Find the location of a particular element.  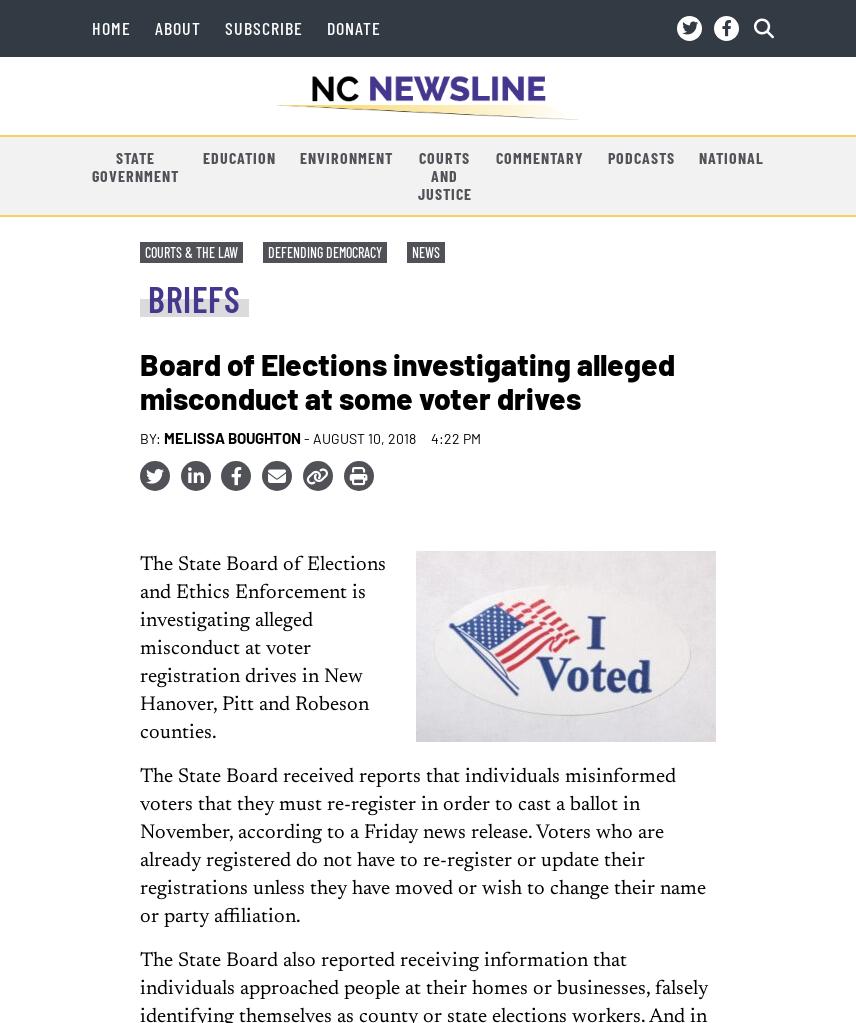

'“Voter Search” tool here' is located at coordinates (273, 531).